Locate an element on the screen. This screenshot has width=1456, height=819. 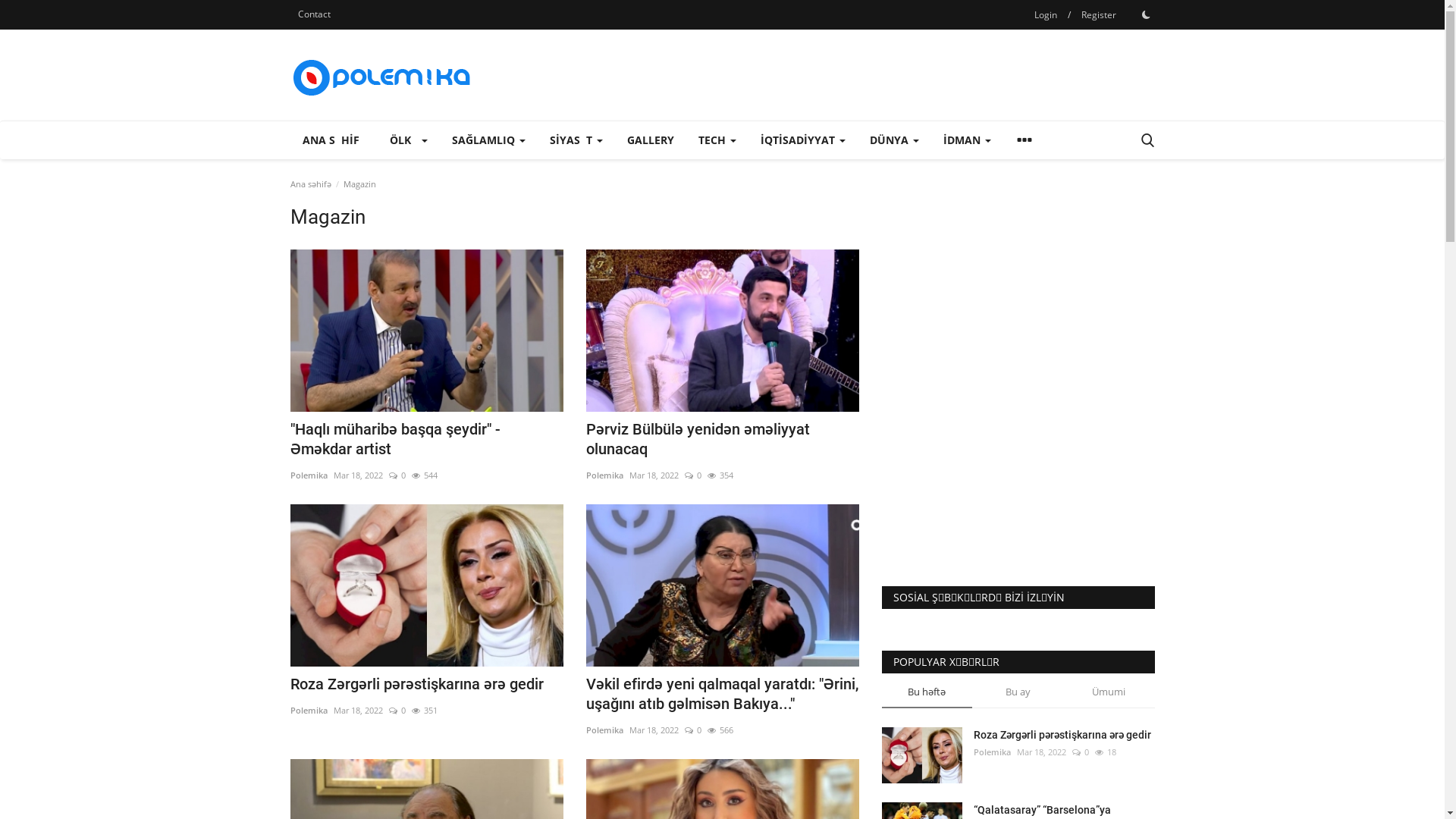
'Polemika' is located at coordinates (992, 752).